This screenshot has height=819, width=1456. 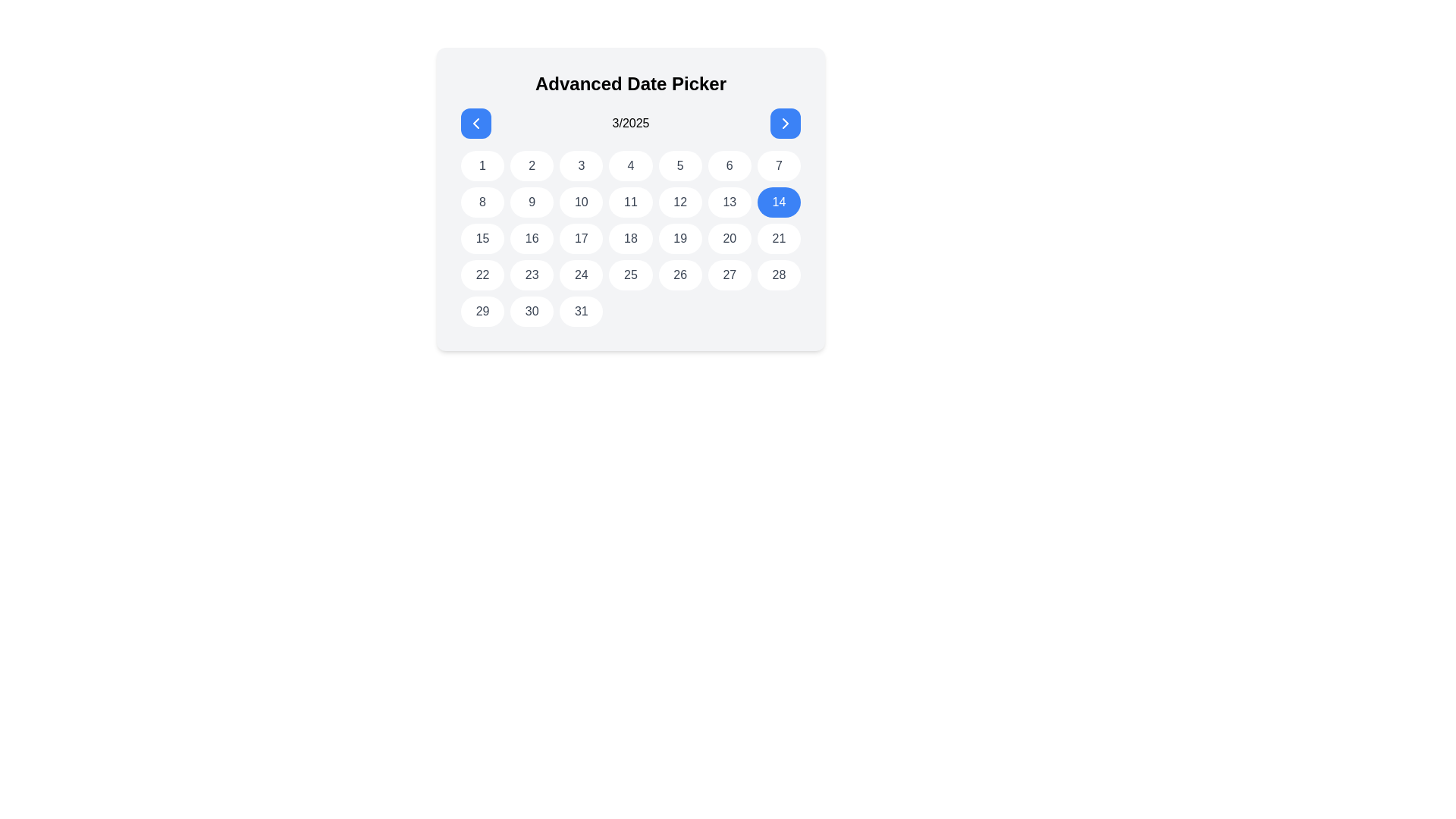 I want to click on the circular button with the number '25' in the 'Advanced Date Picker' calendar interface, so click(x=630, y=275).